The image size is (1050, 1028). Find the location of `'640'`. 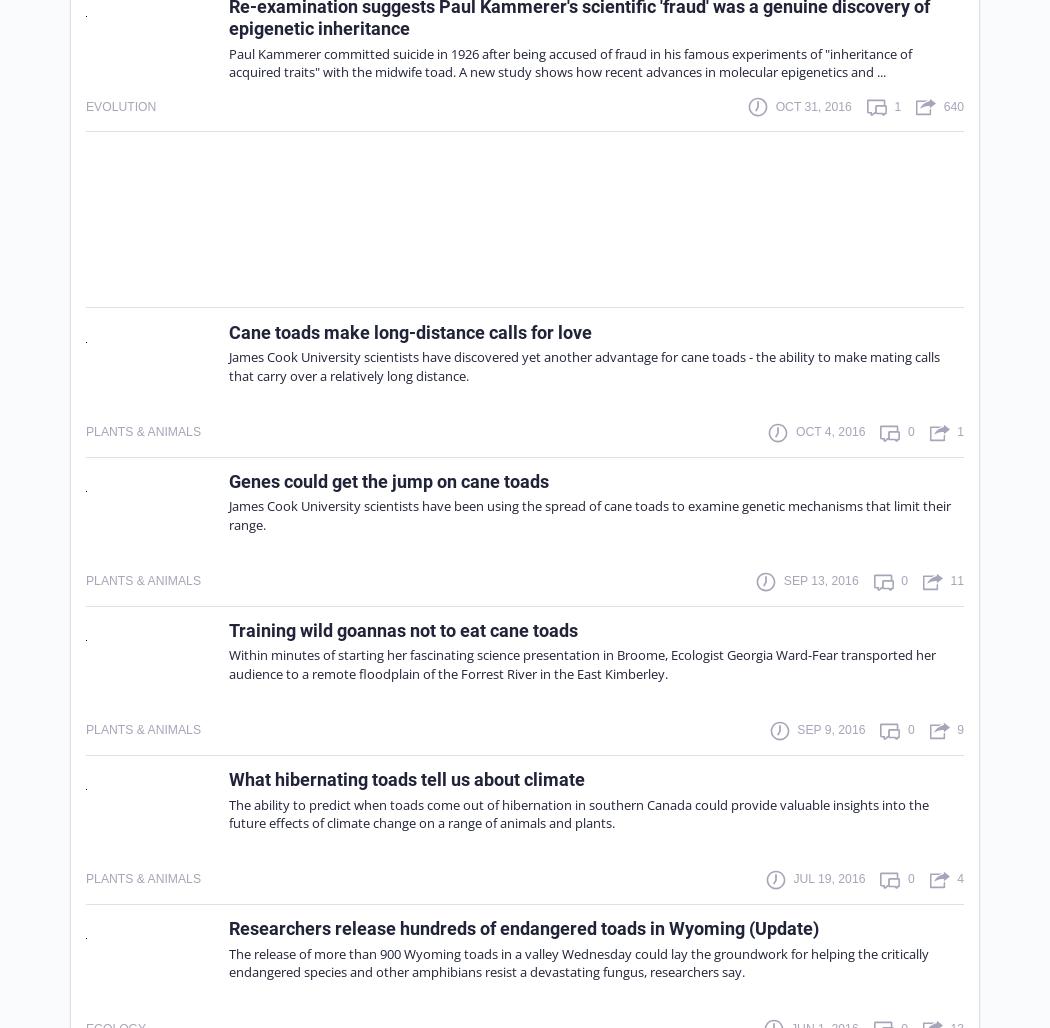

'640' is located at coordinates (942, 104).